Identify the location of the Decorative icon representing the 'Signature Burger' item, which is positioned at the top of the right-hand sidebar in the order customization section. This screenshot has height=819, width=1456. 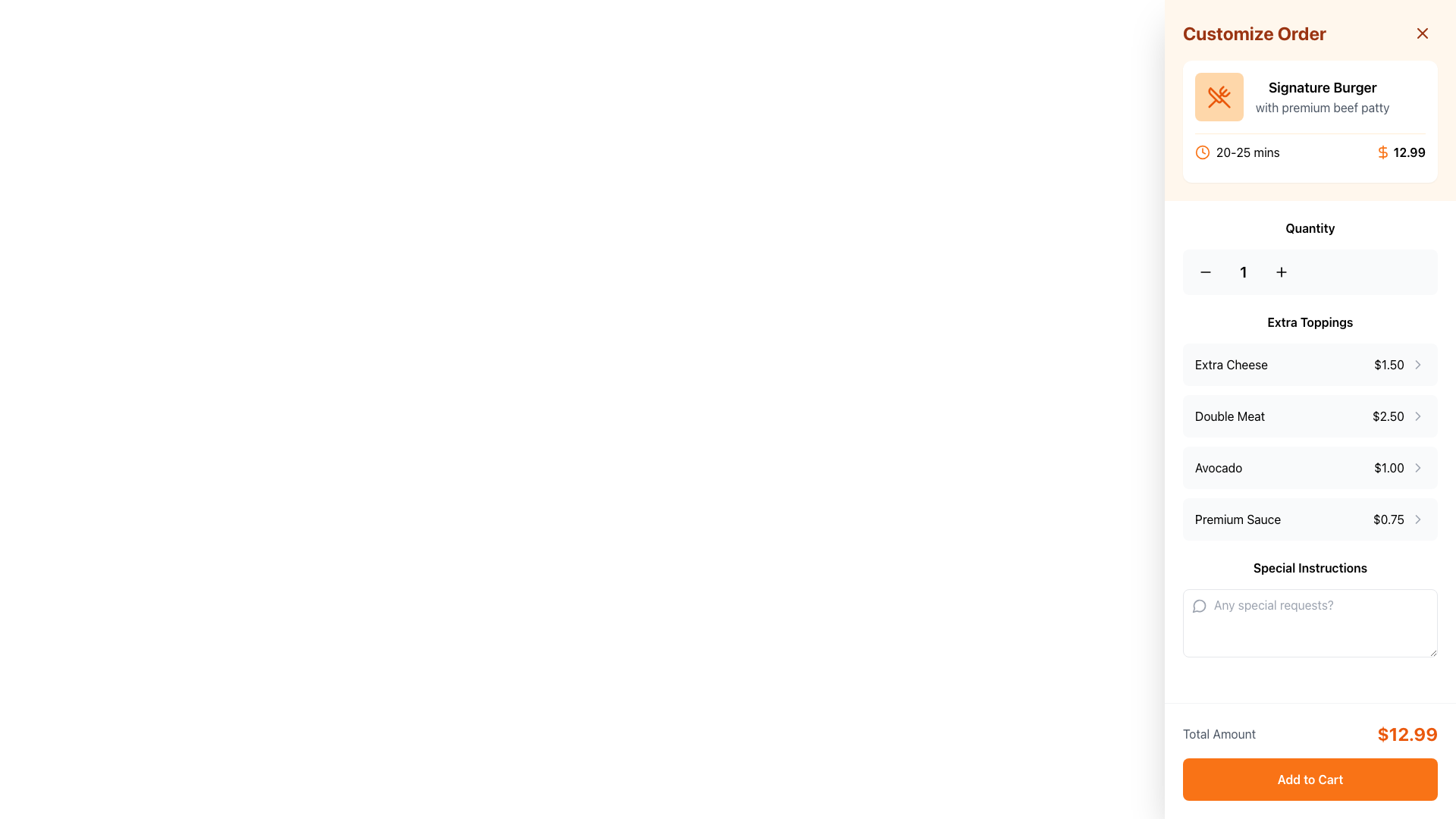
(1219, 96).